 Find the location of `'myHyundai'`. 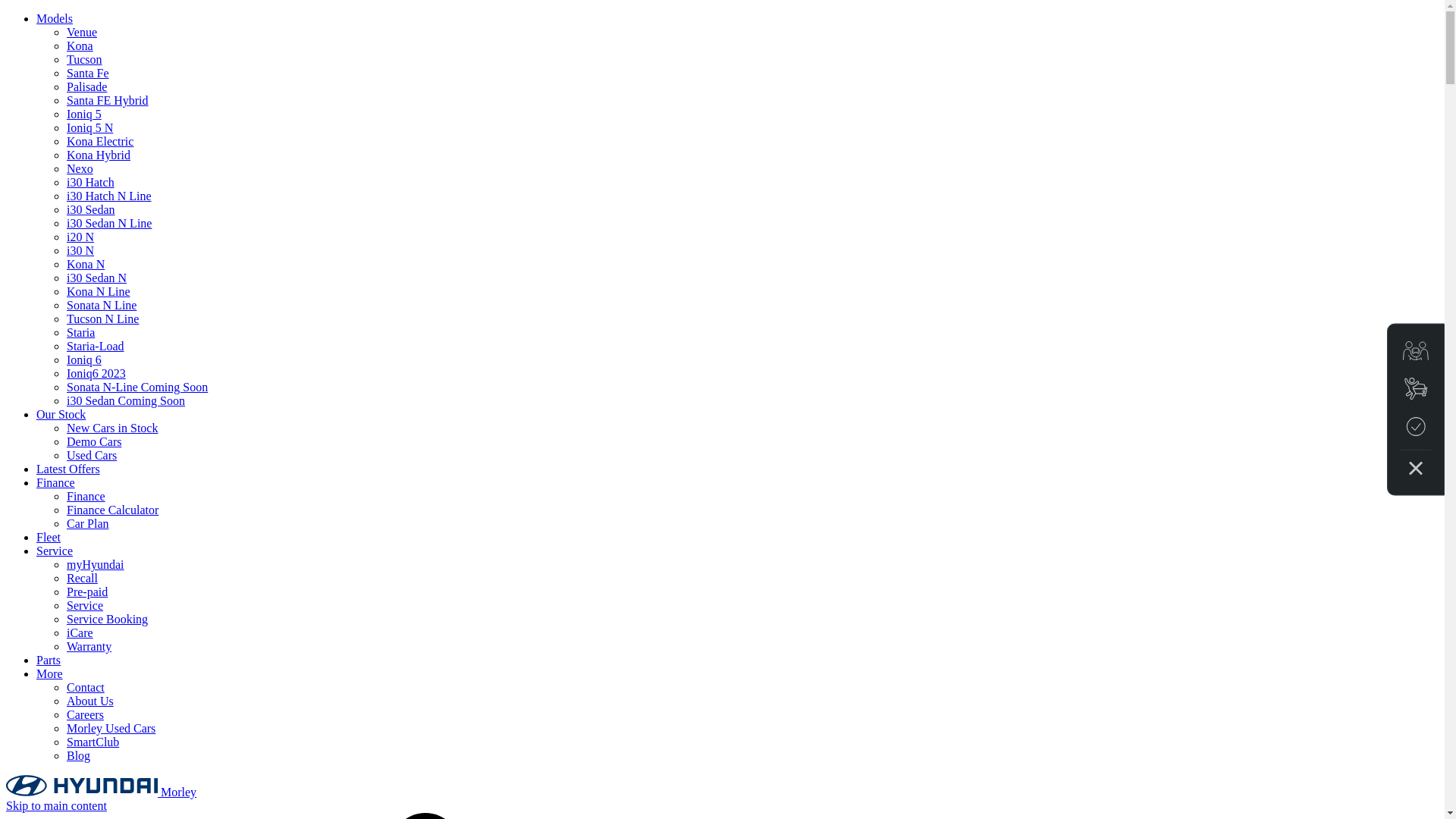

'myHyundai' is located at coordinates (94, 564).